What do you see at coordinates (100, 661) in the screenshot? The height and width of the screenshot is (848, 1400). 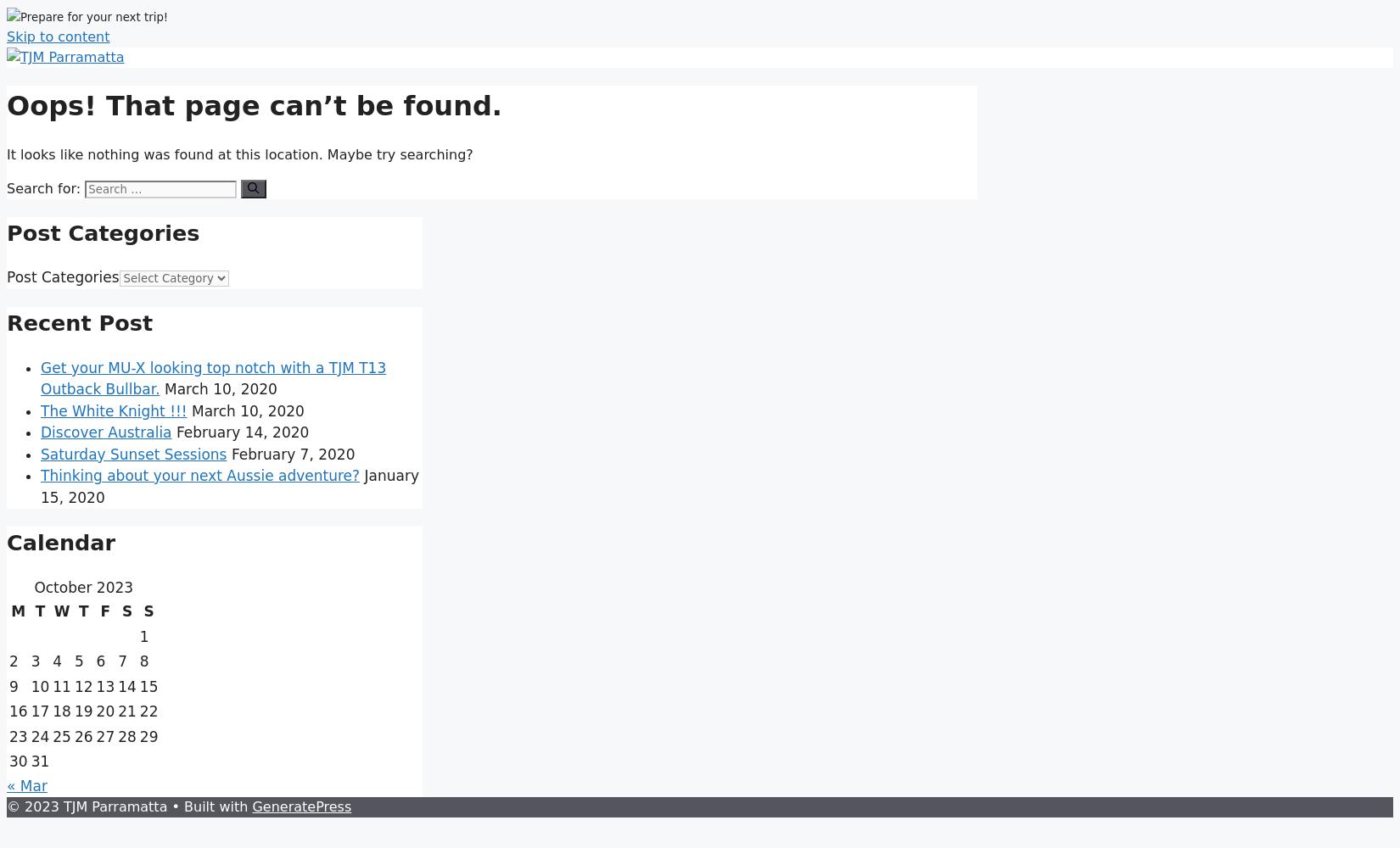 I see `'6'` at bounding box center [100, 661].